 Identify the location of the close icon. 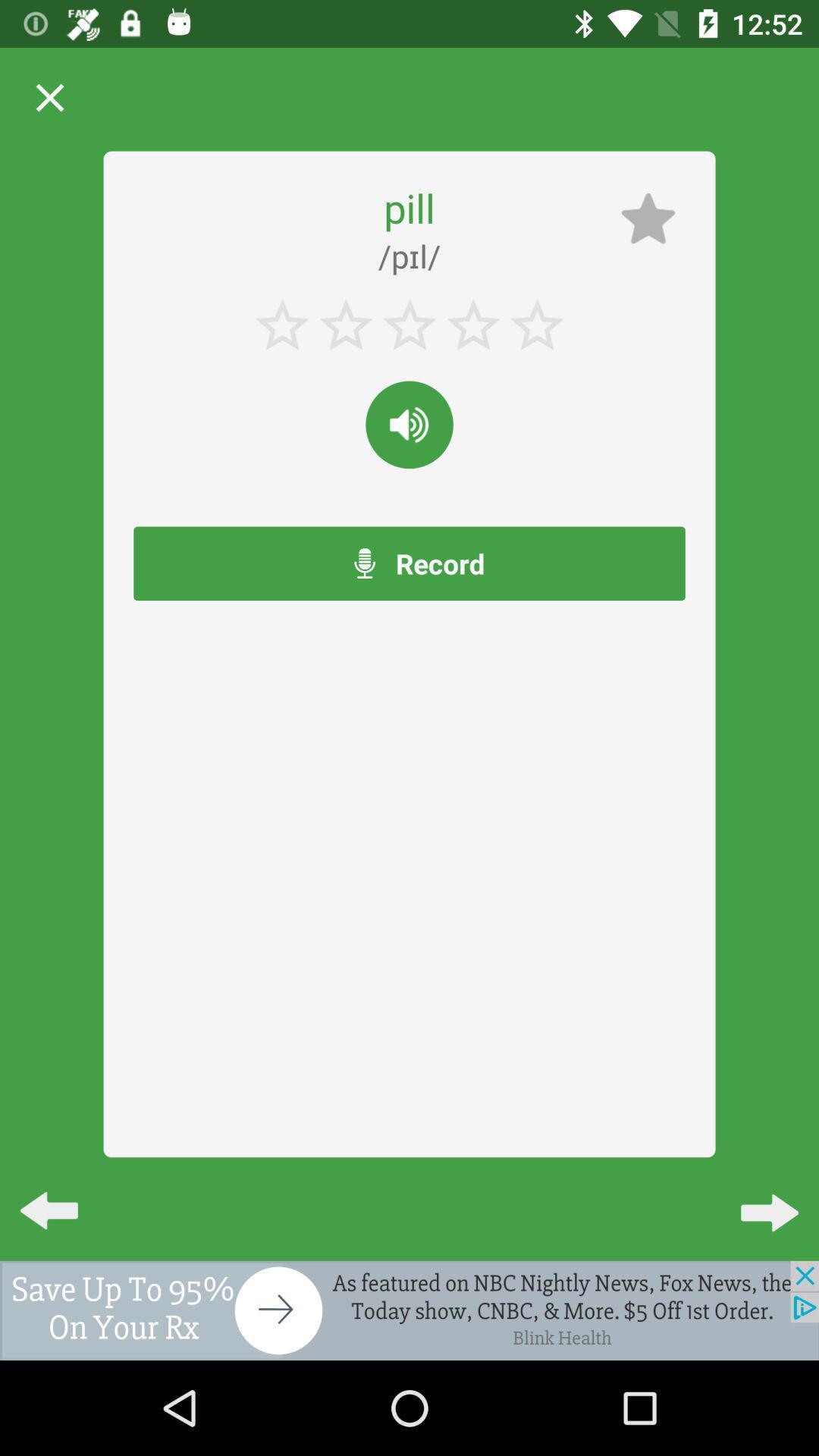
(49, 97).